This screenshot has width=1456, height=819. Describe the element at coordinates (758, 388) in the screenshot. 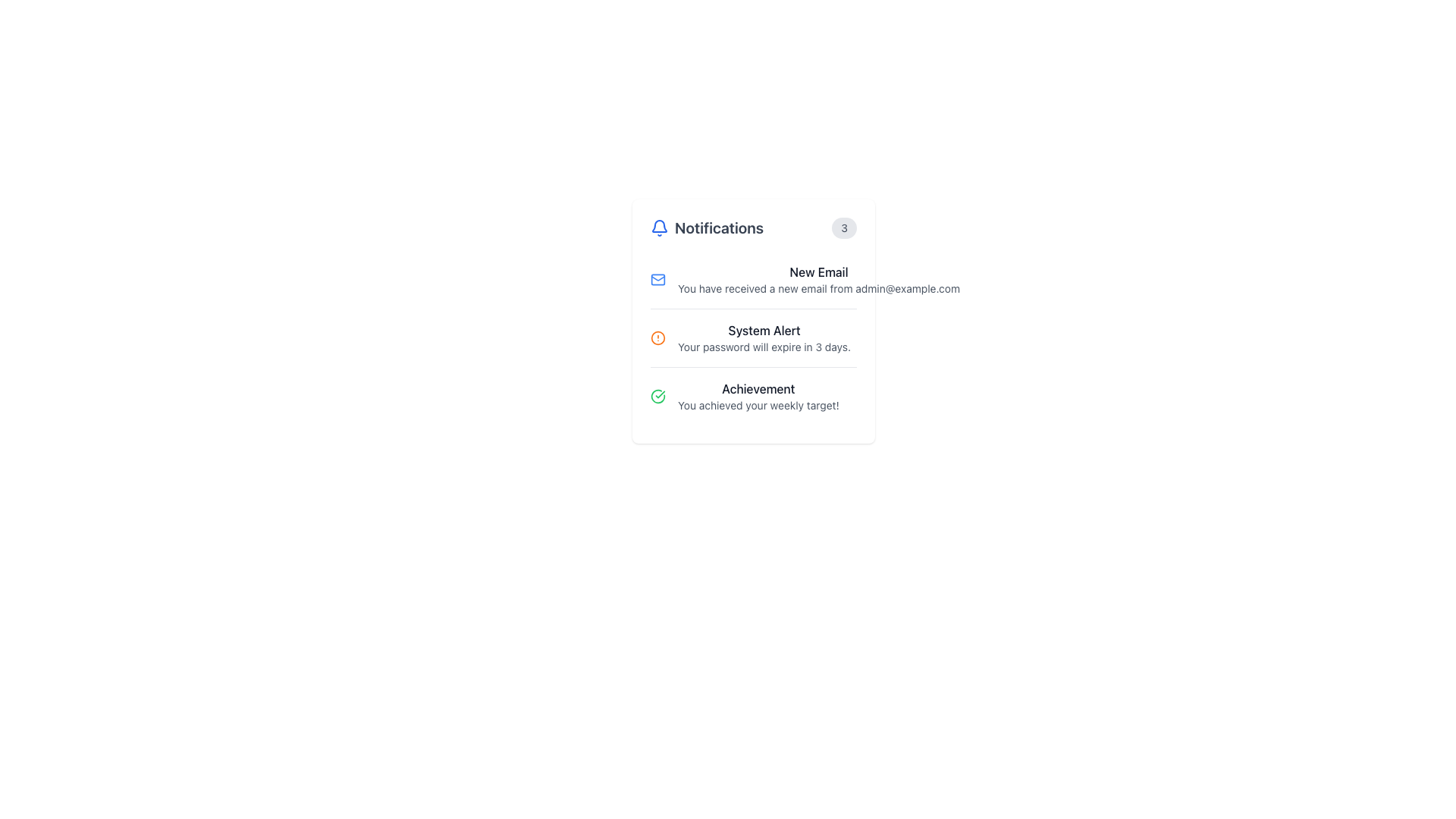

I see `text from the Text Label that serves as a title or descriptor for the notification, positioned above the message 'You achieved your weekly target!'` at that location.